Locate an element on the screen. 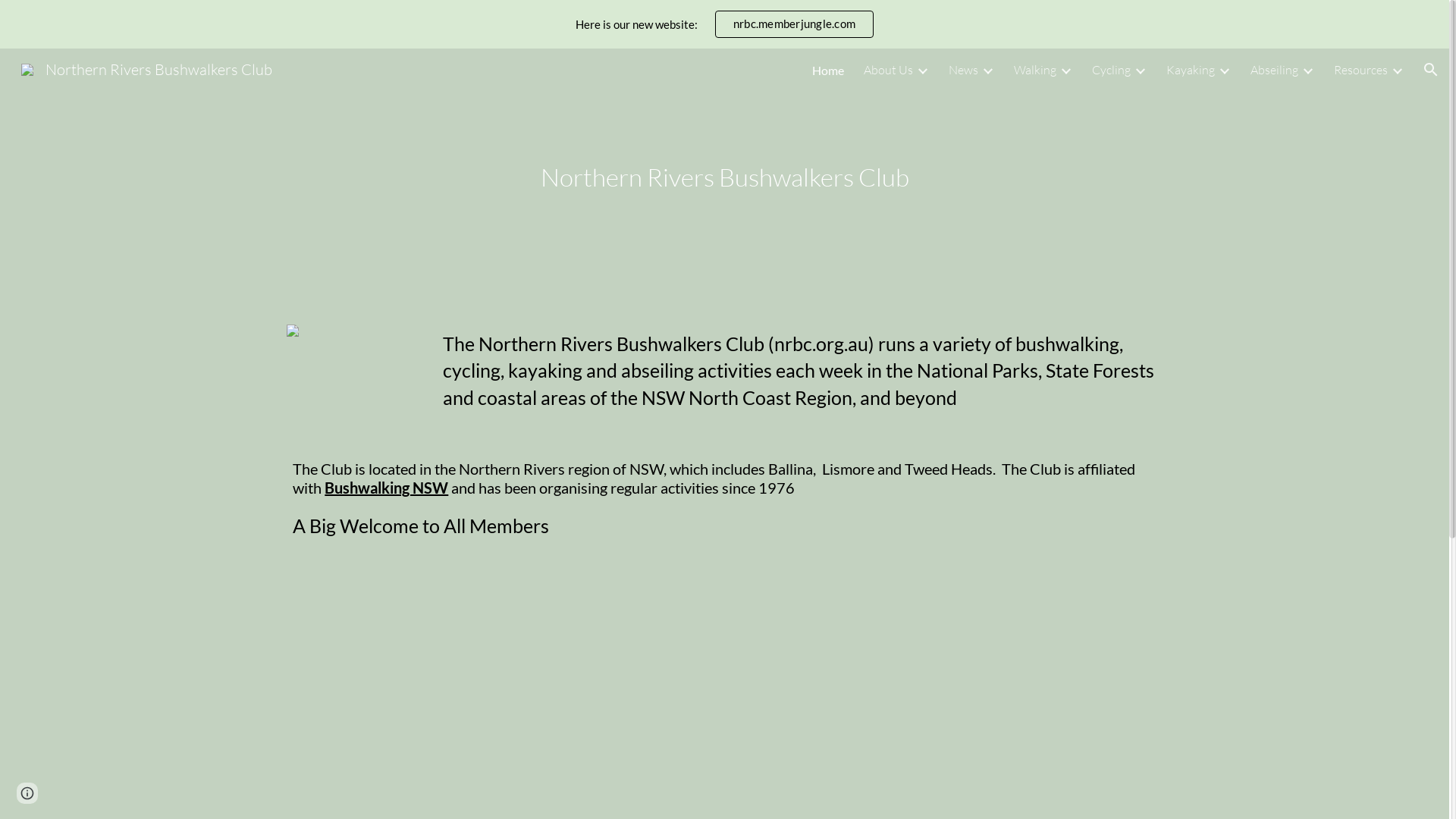  'Expand/Collapse' is located at coordinates (1306, 70).